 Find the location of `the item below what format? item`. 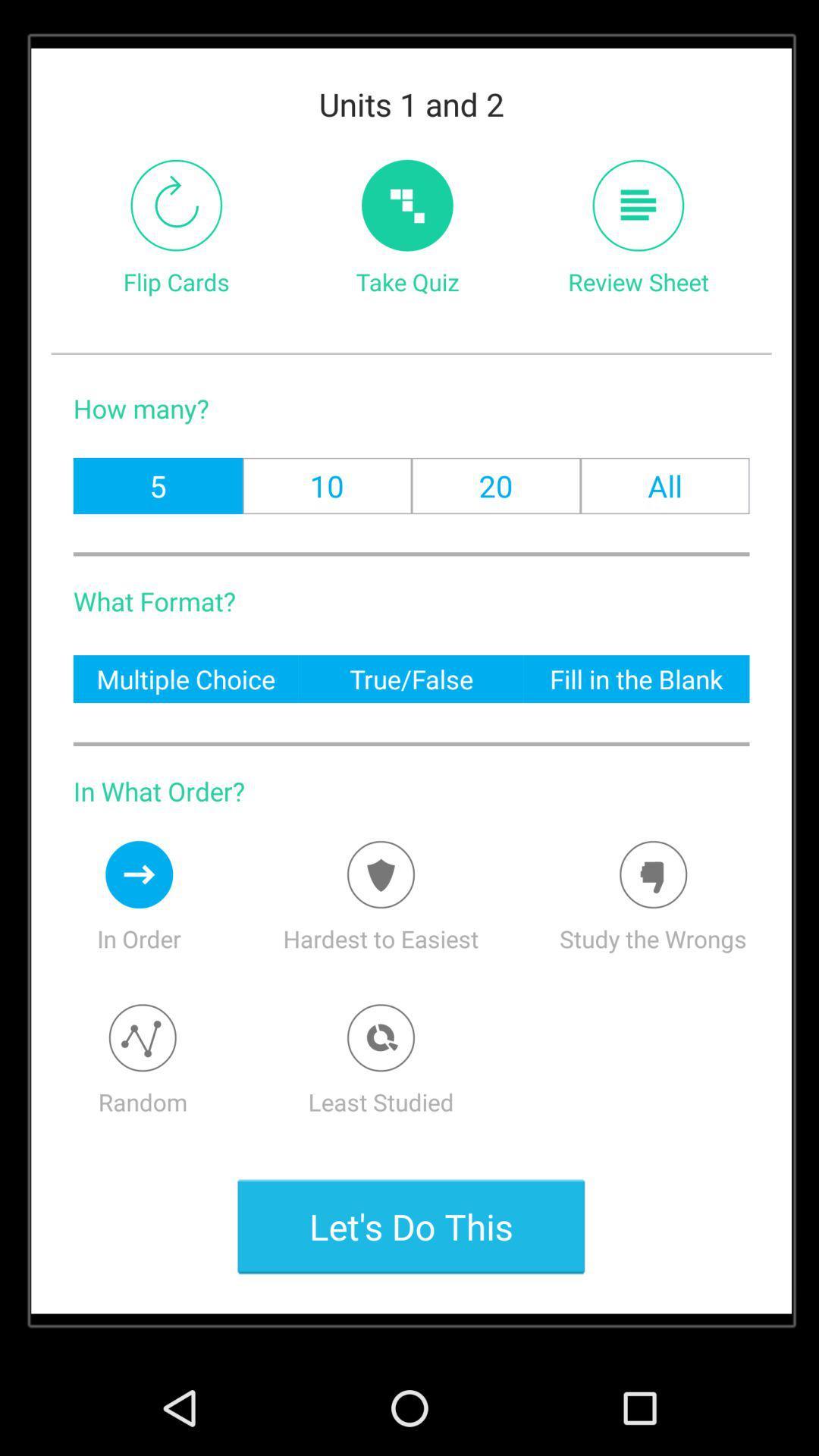

the item below what format? item is located at coordinates (185, 678).